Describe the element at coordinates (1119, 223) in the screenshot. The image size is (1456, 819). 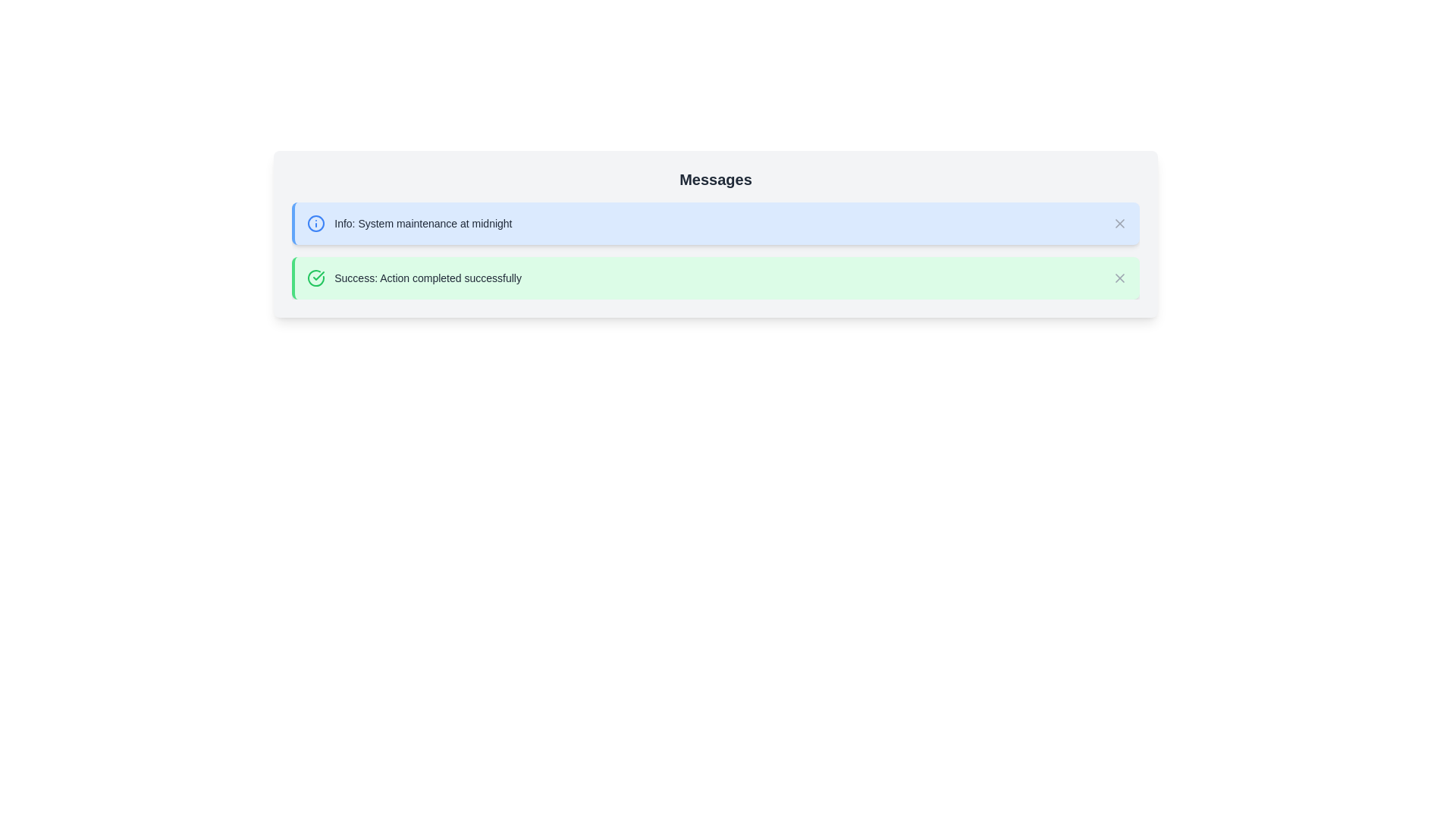
I see `the Close button, represented as an 'X' icon, located at the far right of the notification box displaying the message 'Info: System maintenance at midnight'` at that location.